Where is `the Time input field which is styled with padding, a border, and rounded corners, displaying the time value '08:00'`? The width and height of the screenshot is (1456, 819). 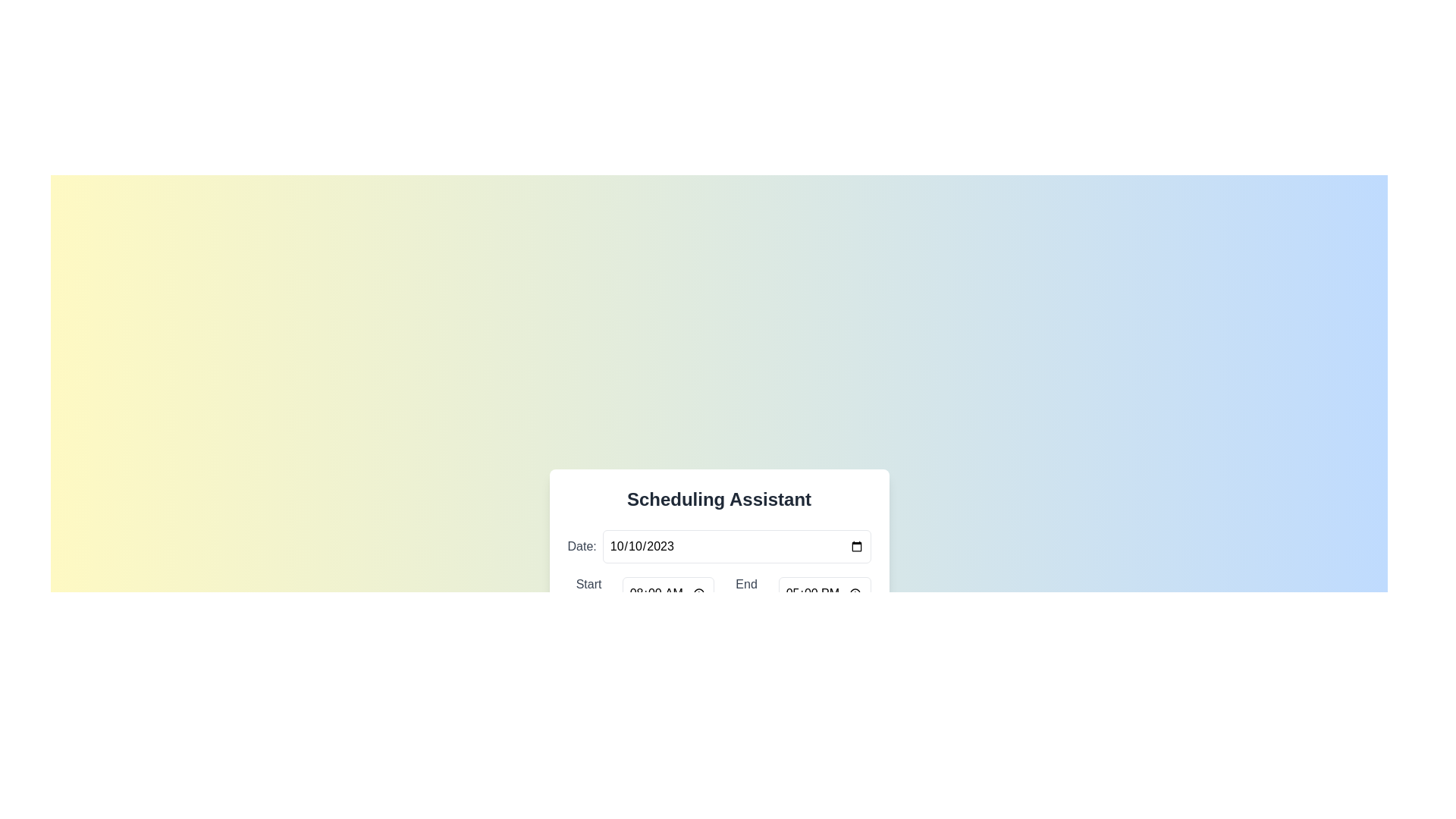 the Time input field which is styled with padding, a border, and rounded corners, displaying the time value '08:00' is located at coordinates (667, 593).